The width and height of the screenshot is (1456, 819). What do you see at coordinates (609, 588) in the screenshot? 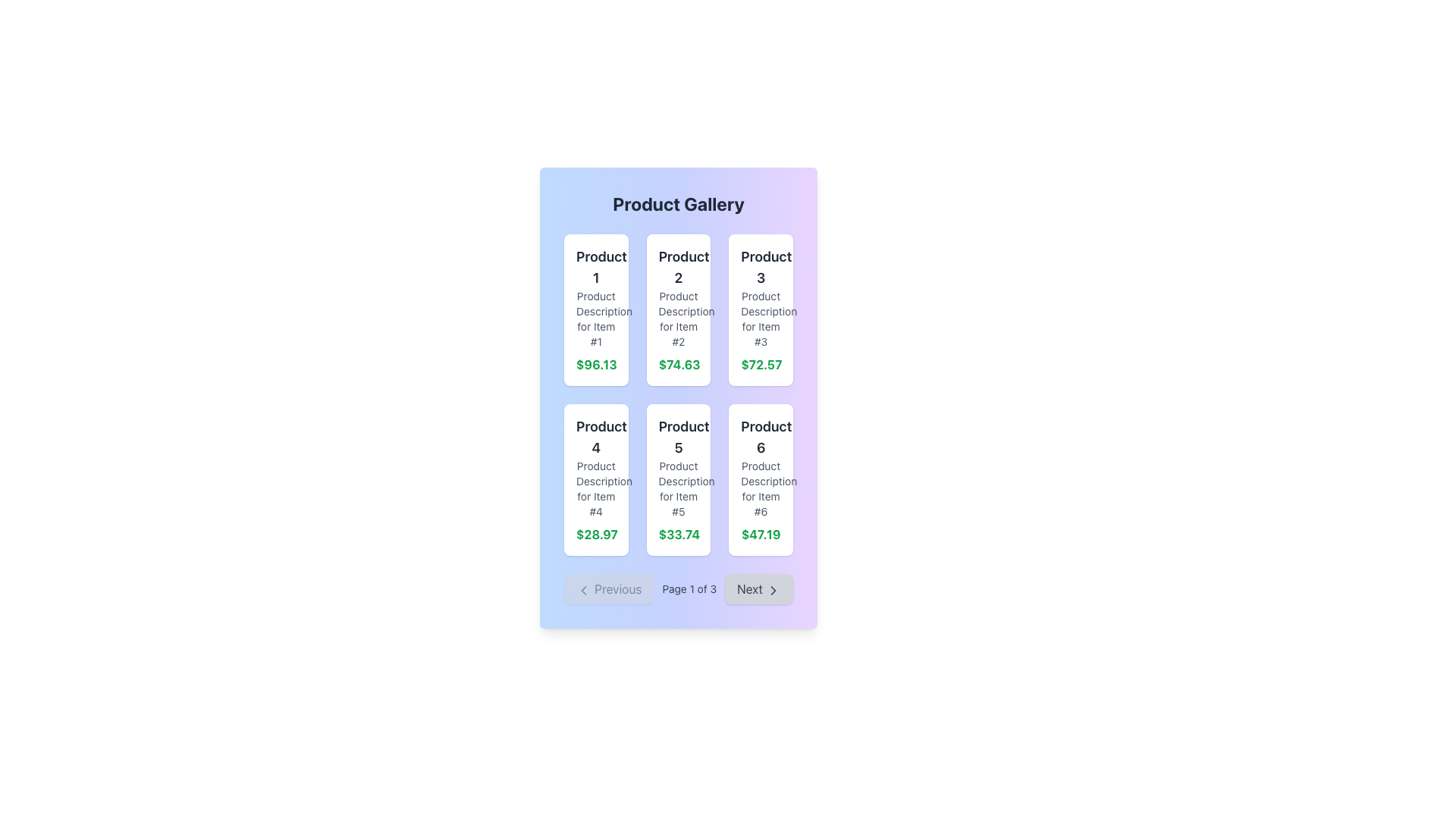
I see `the 'Previous' button located at the bottom left of the control group` at bounding box center [609, 588].